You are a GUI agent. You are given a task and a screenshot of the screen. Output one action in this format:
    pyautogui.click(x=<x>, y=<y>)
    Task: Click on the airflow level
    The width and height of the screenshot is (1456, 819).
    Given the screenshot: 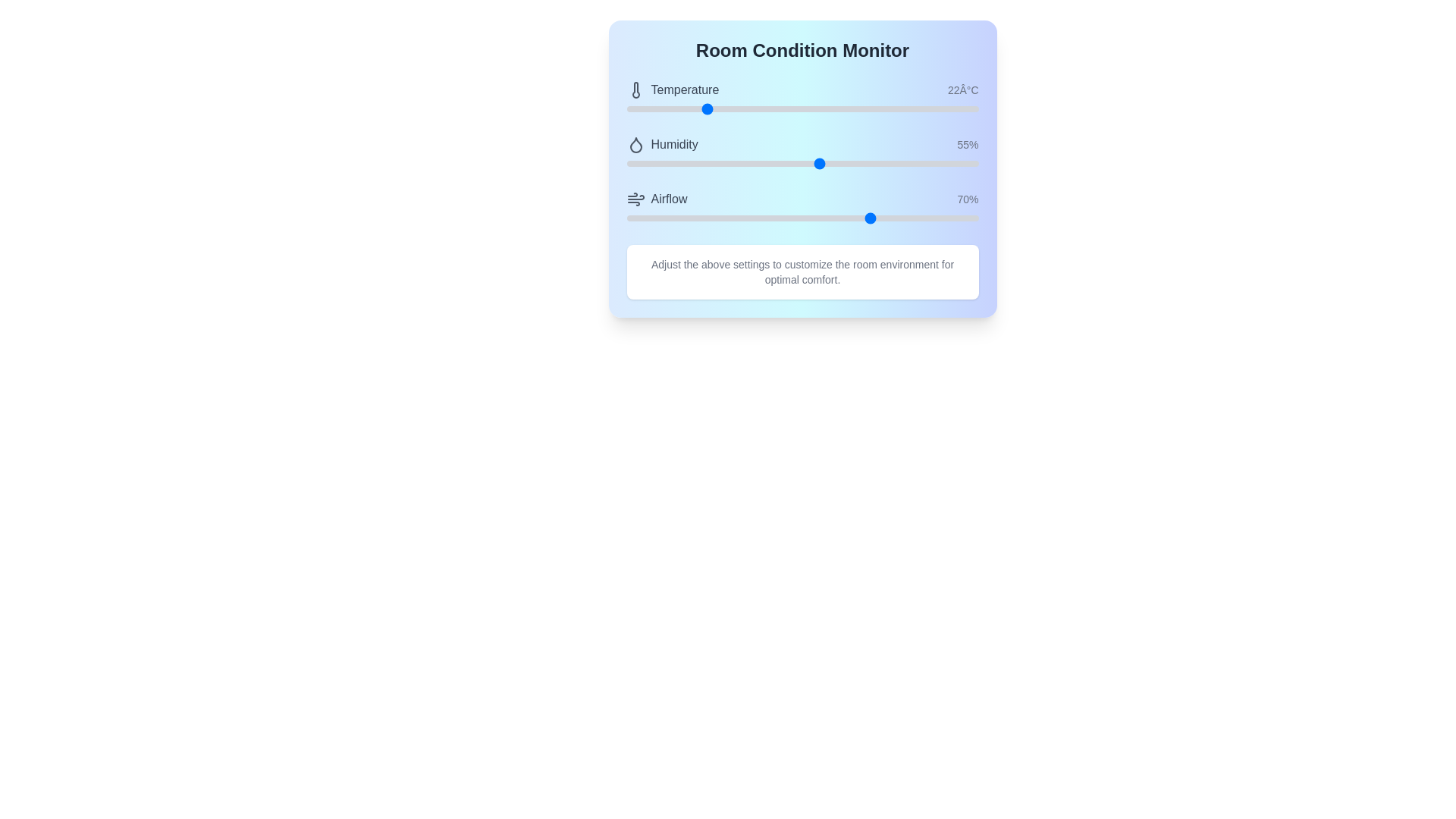 What is the action you would take?
    pyautogui.click(x=921, y=218)
    